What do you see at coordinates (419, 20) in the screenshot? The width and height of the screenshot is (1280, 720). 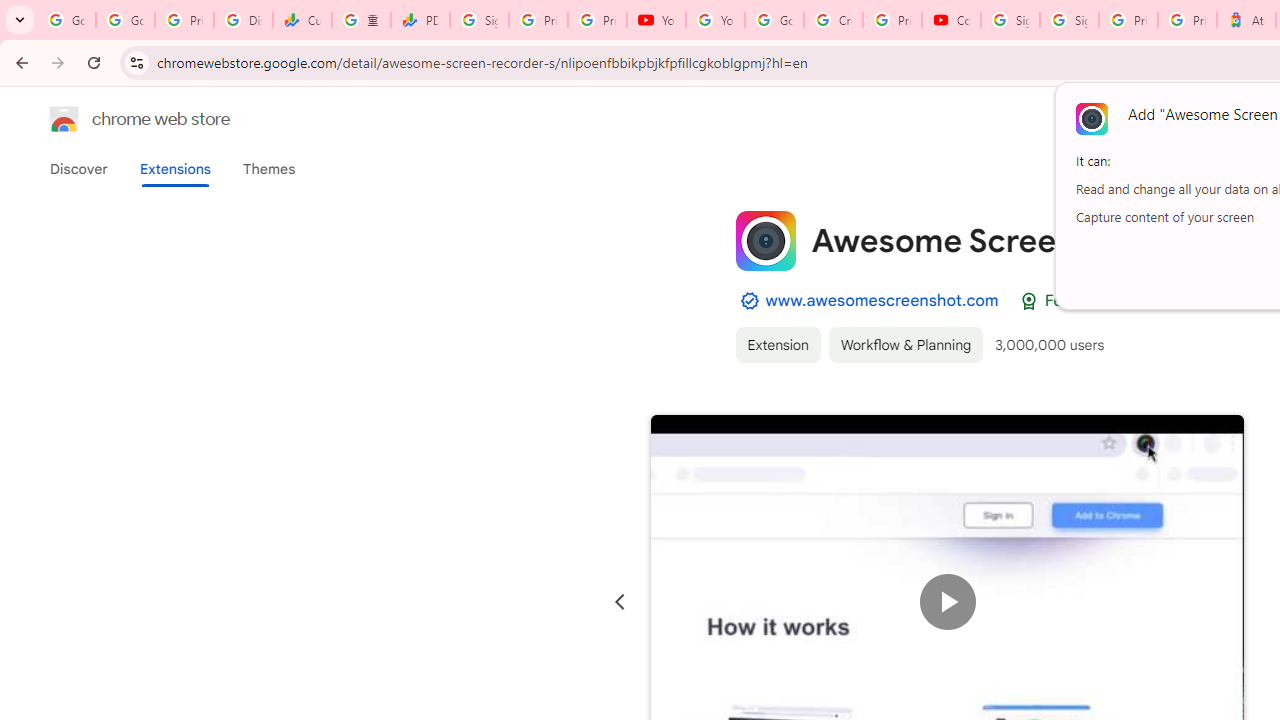 I see `'PDD Holdings Inc - ADR (PDD) Price & News - Google Finance'` at bounding box center [419, 20].